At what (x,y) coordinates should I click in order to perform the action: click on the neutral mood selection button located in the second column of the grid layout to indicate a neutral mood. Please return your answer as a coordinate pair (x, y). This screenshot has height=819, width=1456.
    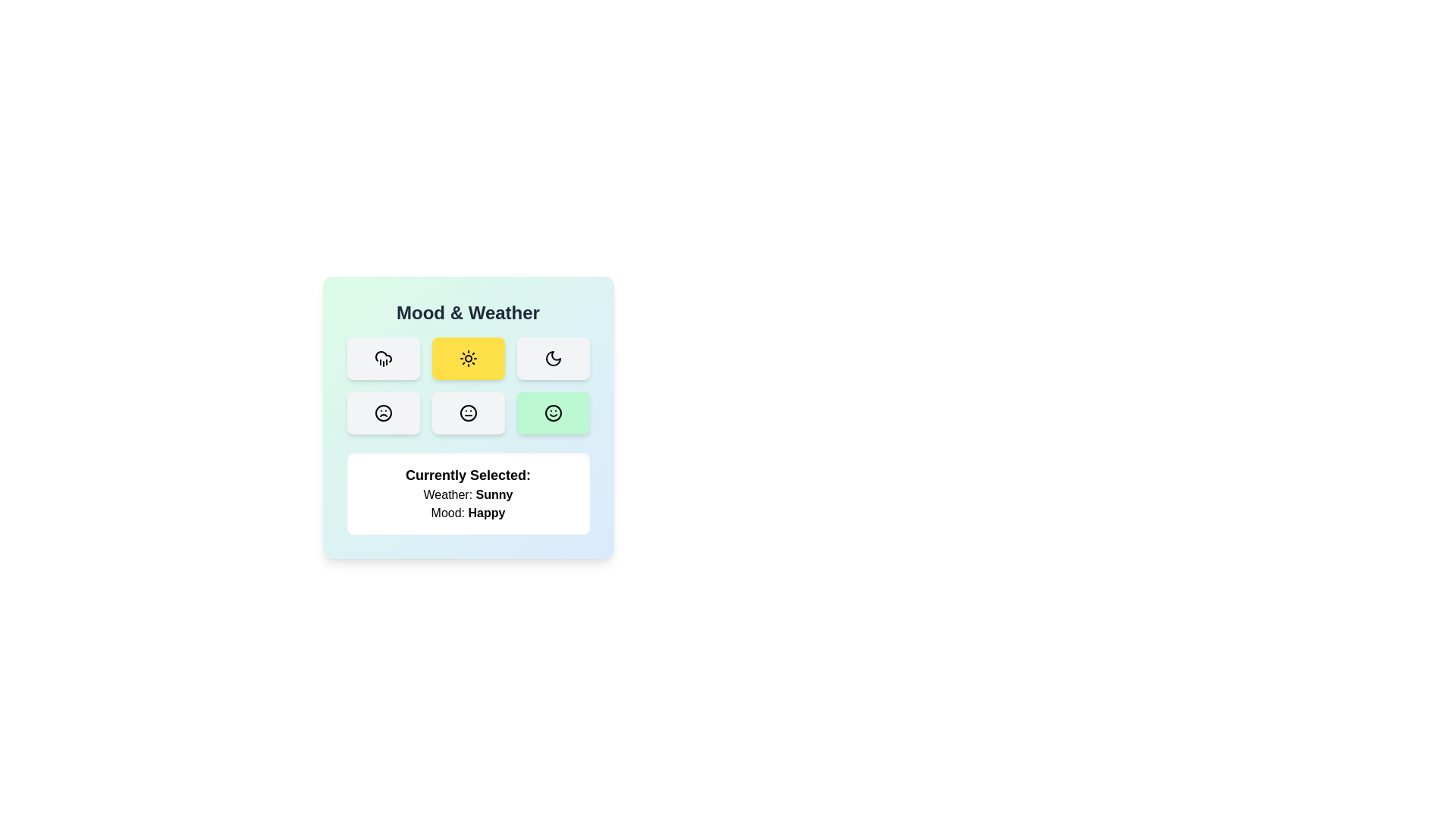
    Looking at the image, I should click on (467, 413).